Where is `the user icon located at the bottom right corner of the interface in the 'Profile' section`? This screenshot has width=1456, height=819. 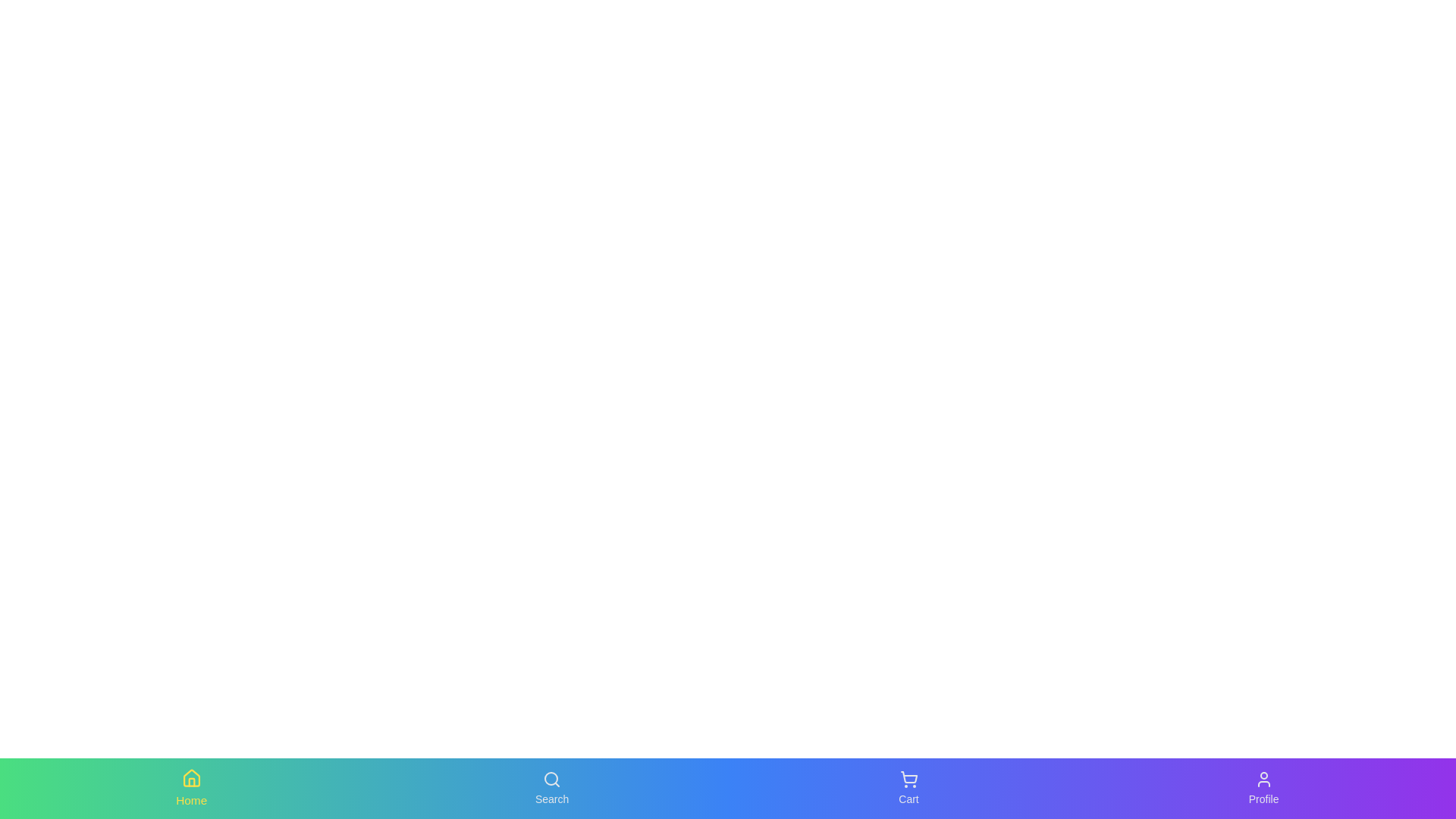
the user icon located at the bottom right corner of the interface in the 'Profile' section is located at coordinates (1263, 780).